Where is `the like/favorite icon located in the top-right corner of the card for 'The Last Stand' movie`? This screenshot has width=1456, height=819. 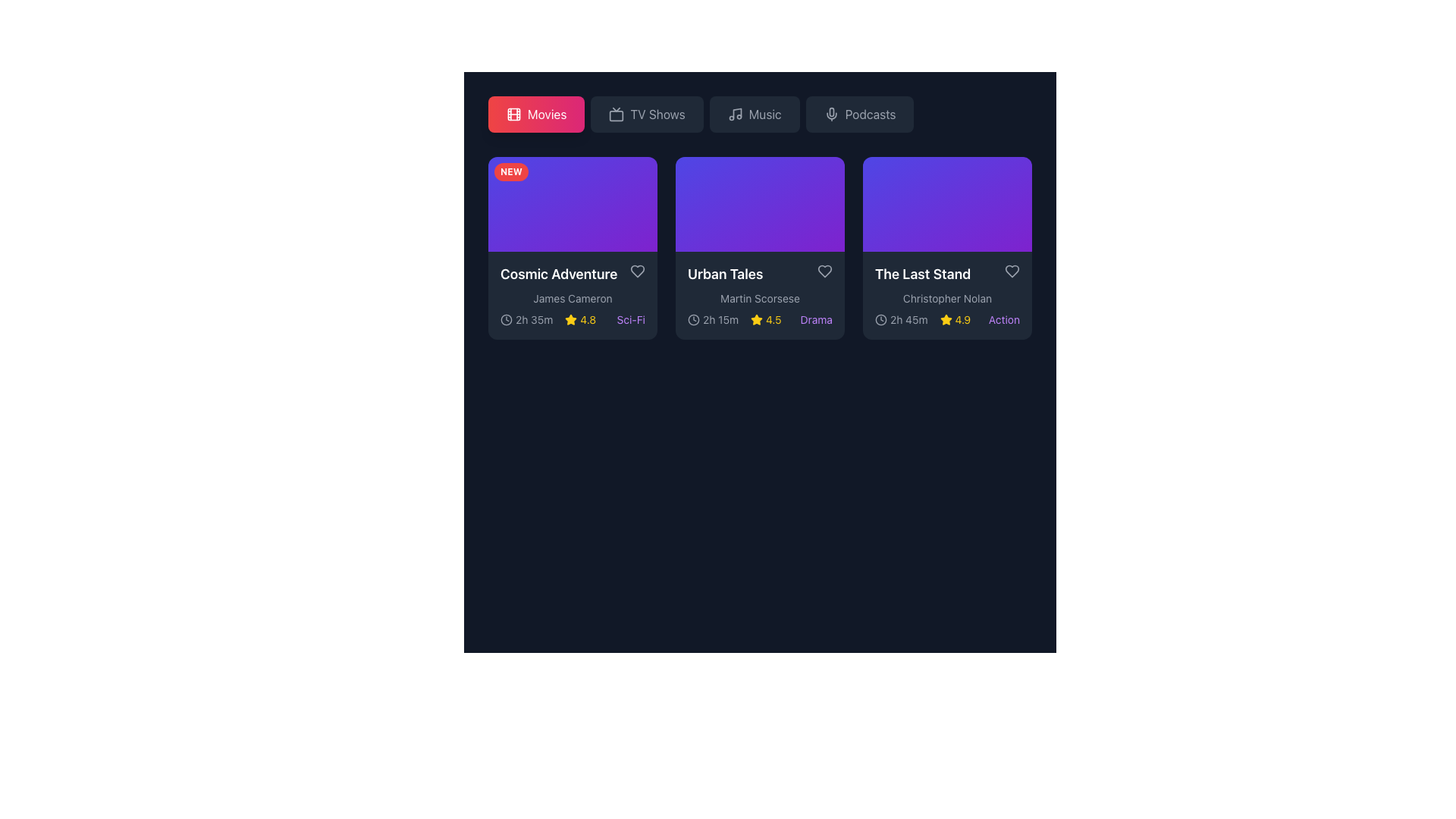 the like/favorite icon located in the top-right corner of the card for 'The Last Stand' movie is located at coordinates (1012, 271).